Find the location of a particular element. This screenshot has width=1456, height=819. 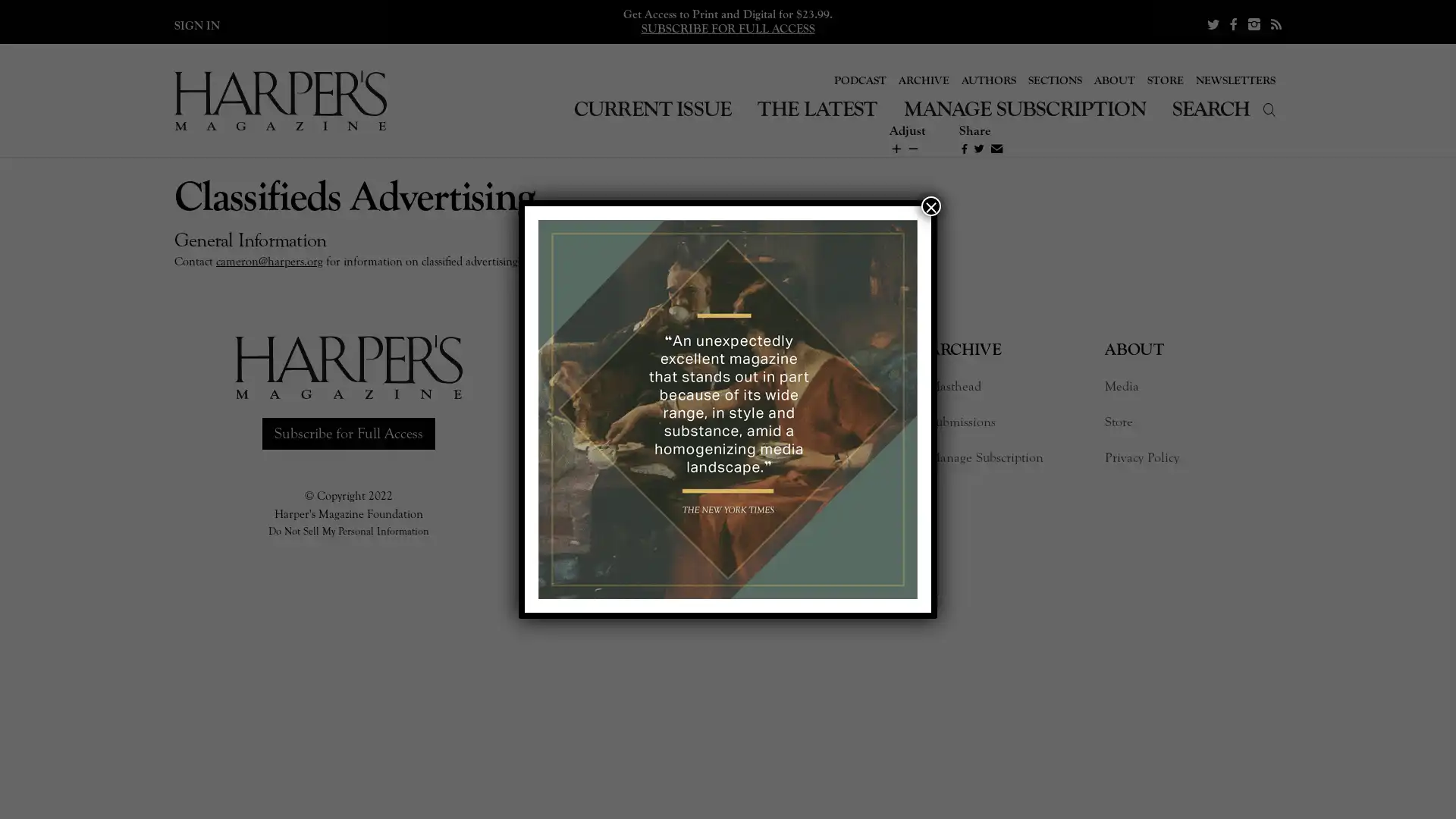

Close is located at coordinates (930, 206).